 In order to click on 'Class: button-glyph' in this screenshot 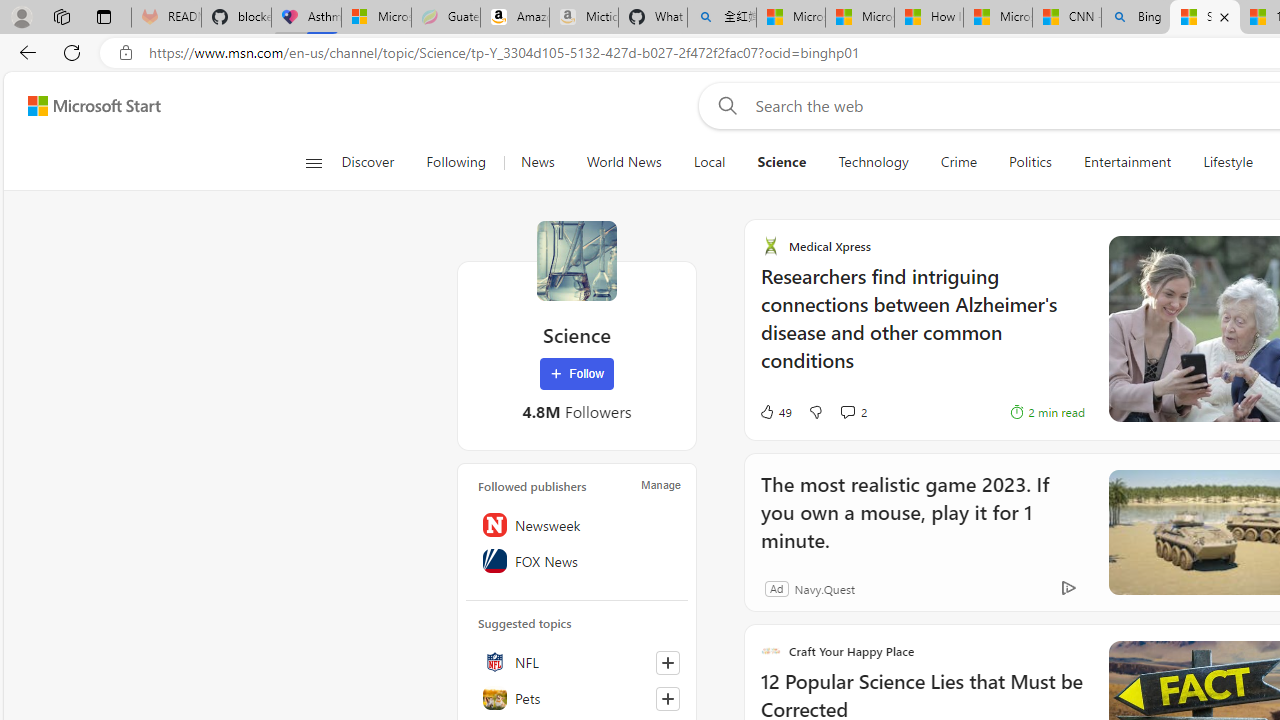, I will do `click(312, 162)`.